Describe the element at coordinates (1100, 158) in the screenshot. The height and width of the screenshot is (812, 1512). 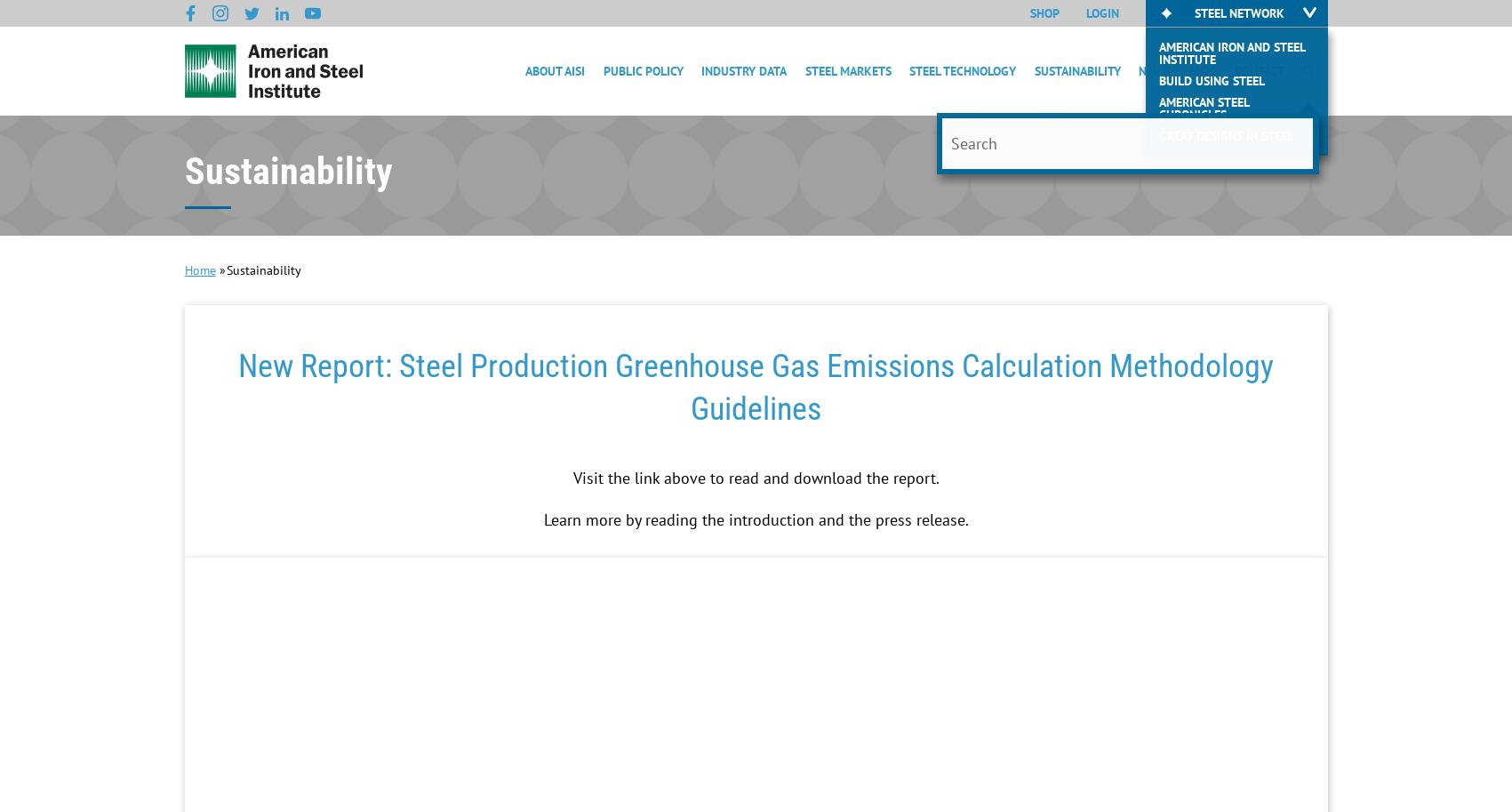
I see `'Industry Commitment'` at that location.